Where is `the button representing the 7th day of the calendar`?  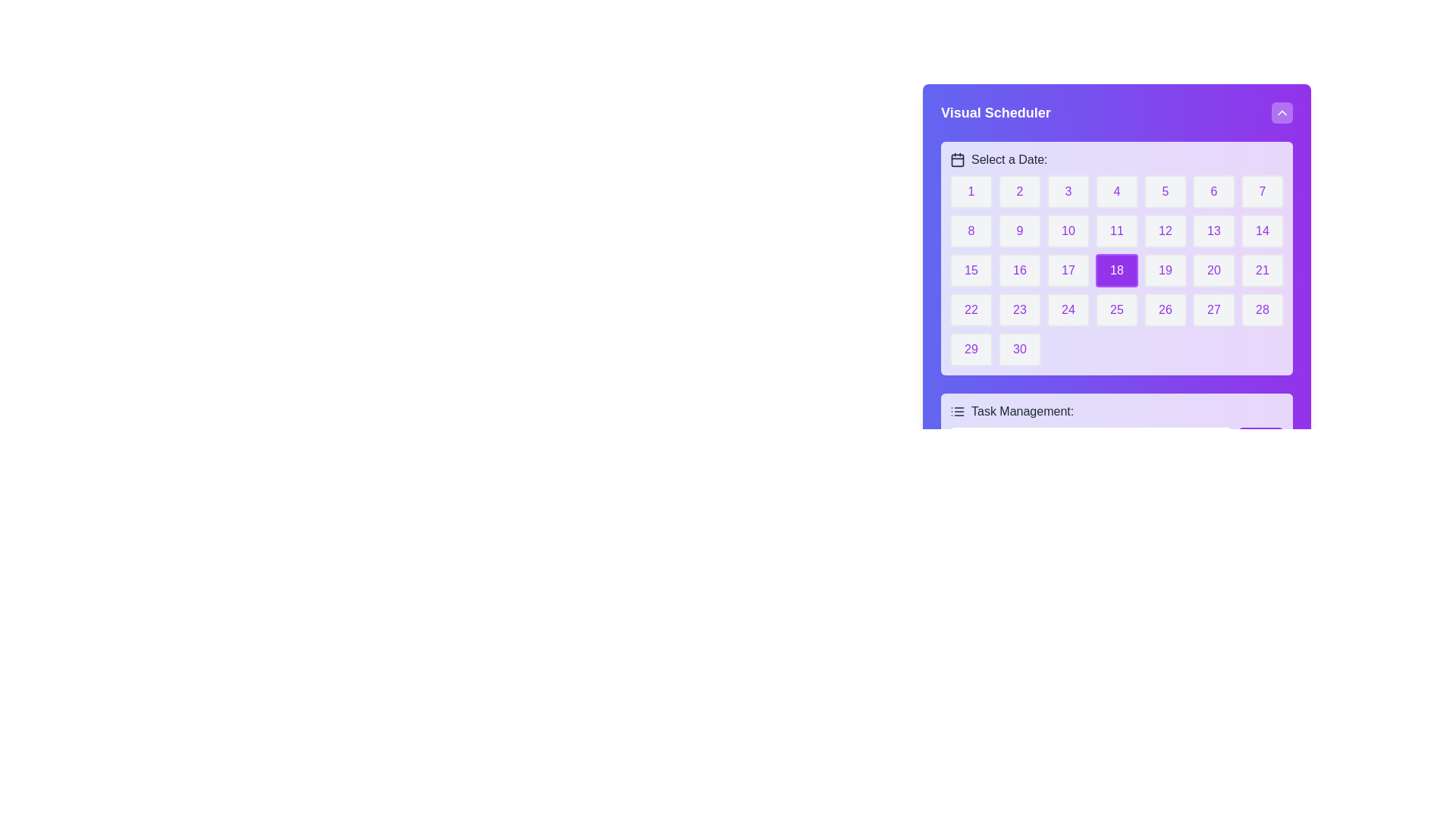 the button representing the 7th day of the calendar is located at coordinates (1263, 191).